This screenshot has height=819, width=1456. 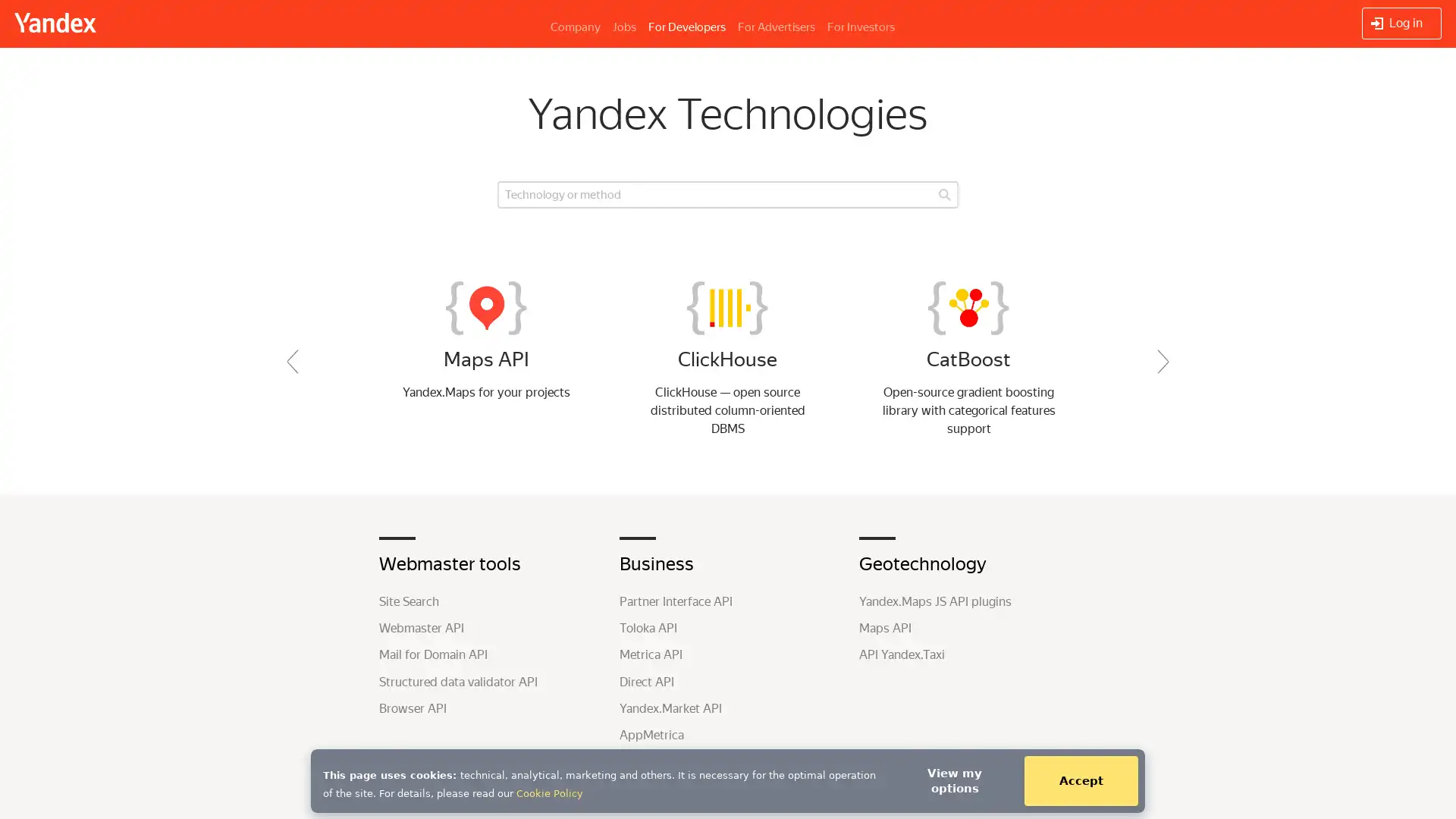 What do you see at coordinates (953, 780) in the screenshot?
I see `View my options` at bounding box center [953, 780].